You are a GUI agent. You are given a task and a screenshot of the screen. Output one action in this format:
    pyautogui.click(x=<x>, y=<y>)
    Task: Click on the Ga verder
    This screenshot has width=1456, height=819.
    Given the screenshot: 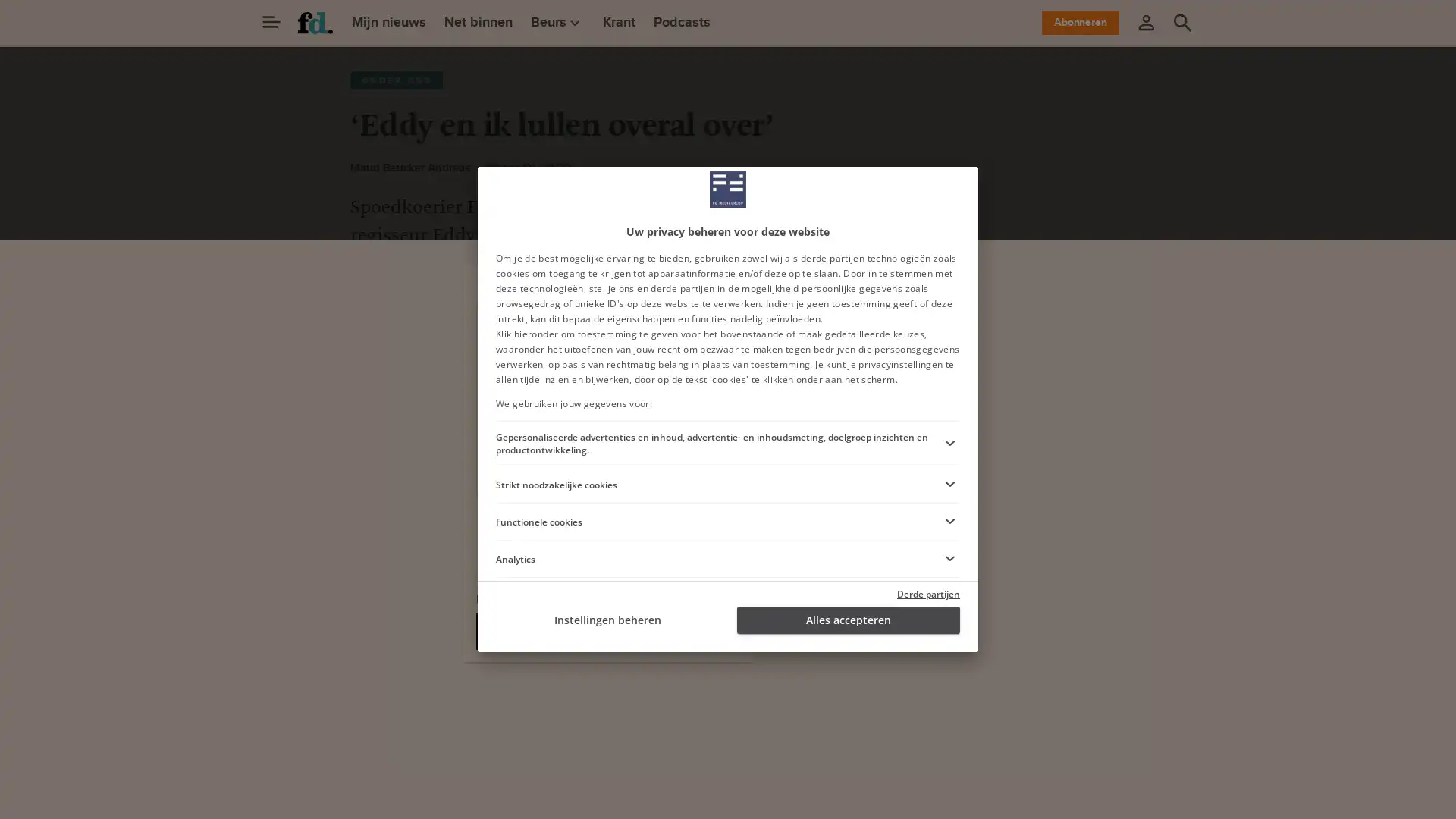 What is the action you would take?
    pyautogui.click(x=607, y=459)
    